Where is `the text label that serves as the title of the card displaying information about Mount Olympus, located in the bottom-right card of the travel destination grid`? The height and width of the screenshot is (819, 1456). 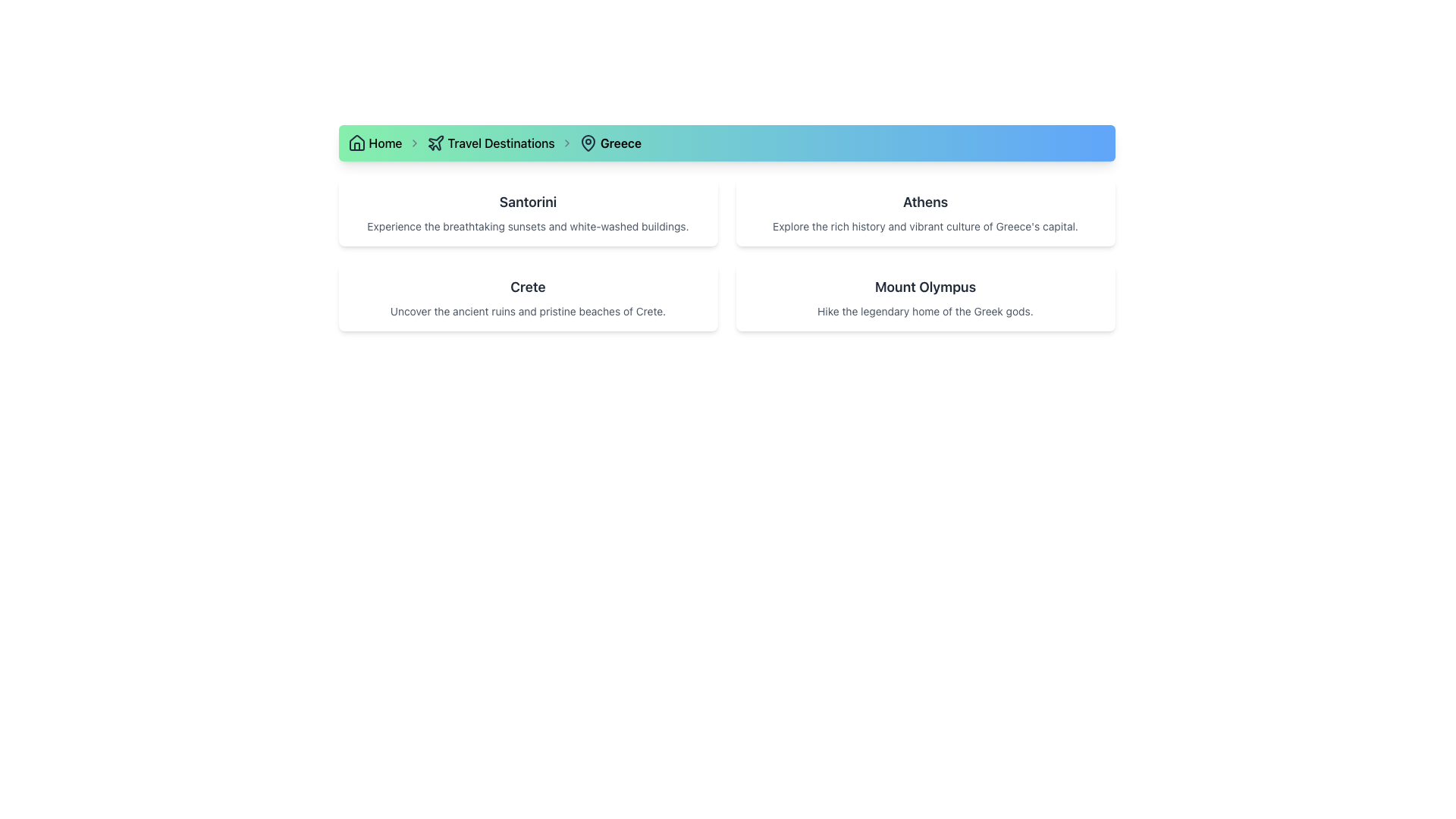 the text label that serves as the title of the card displaying information about Mount Olympus, located in the bottom-right card of the travel destination grid is located at coordinates (924, 287).